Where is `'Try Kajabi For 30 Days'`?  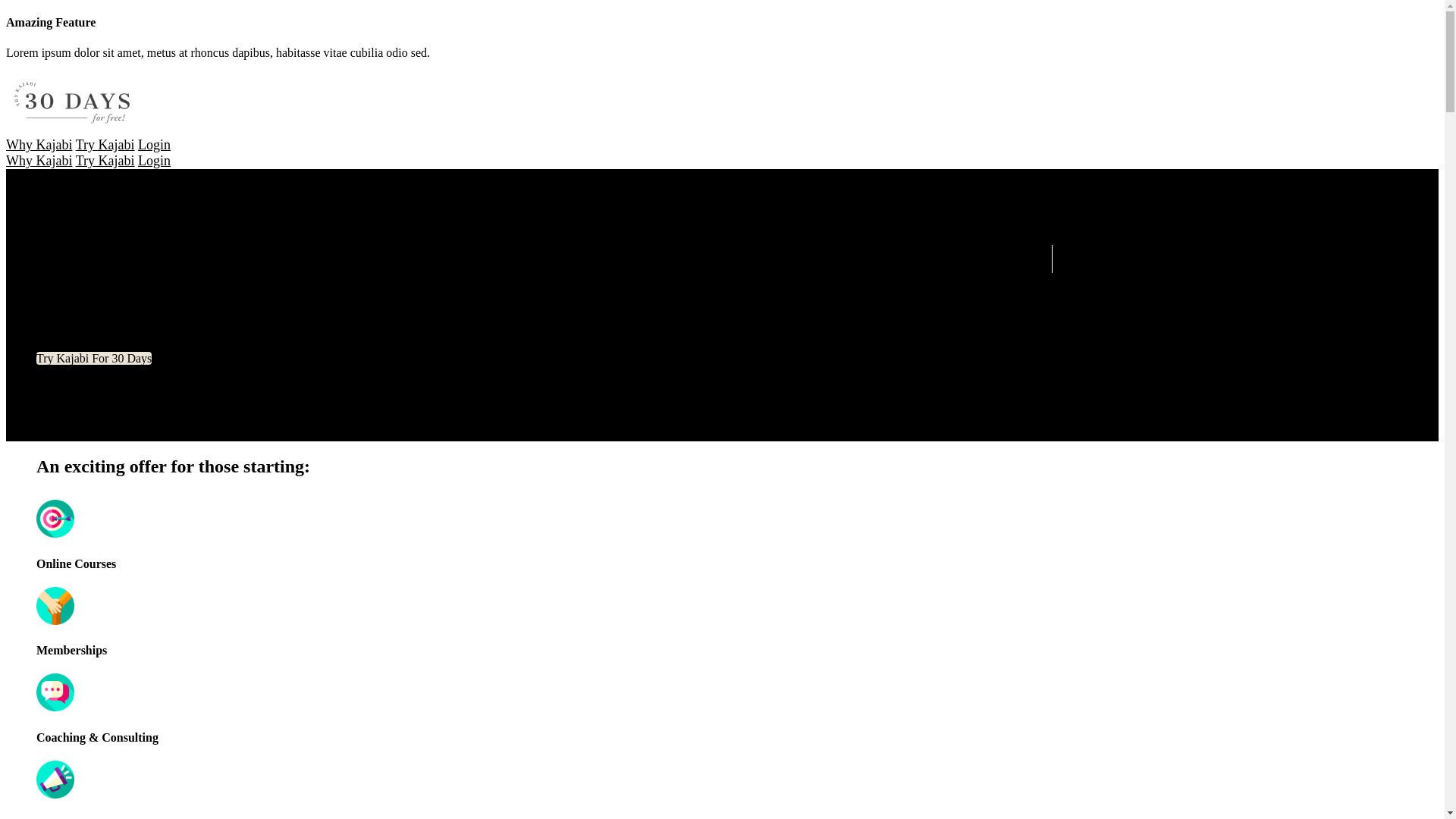
'Try Kajabi For 30 Days' is located at coordinates (93, 358).